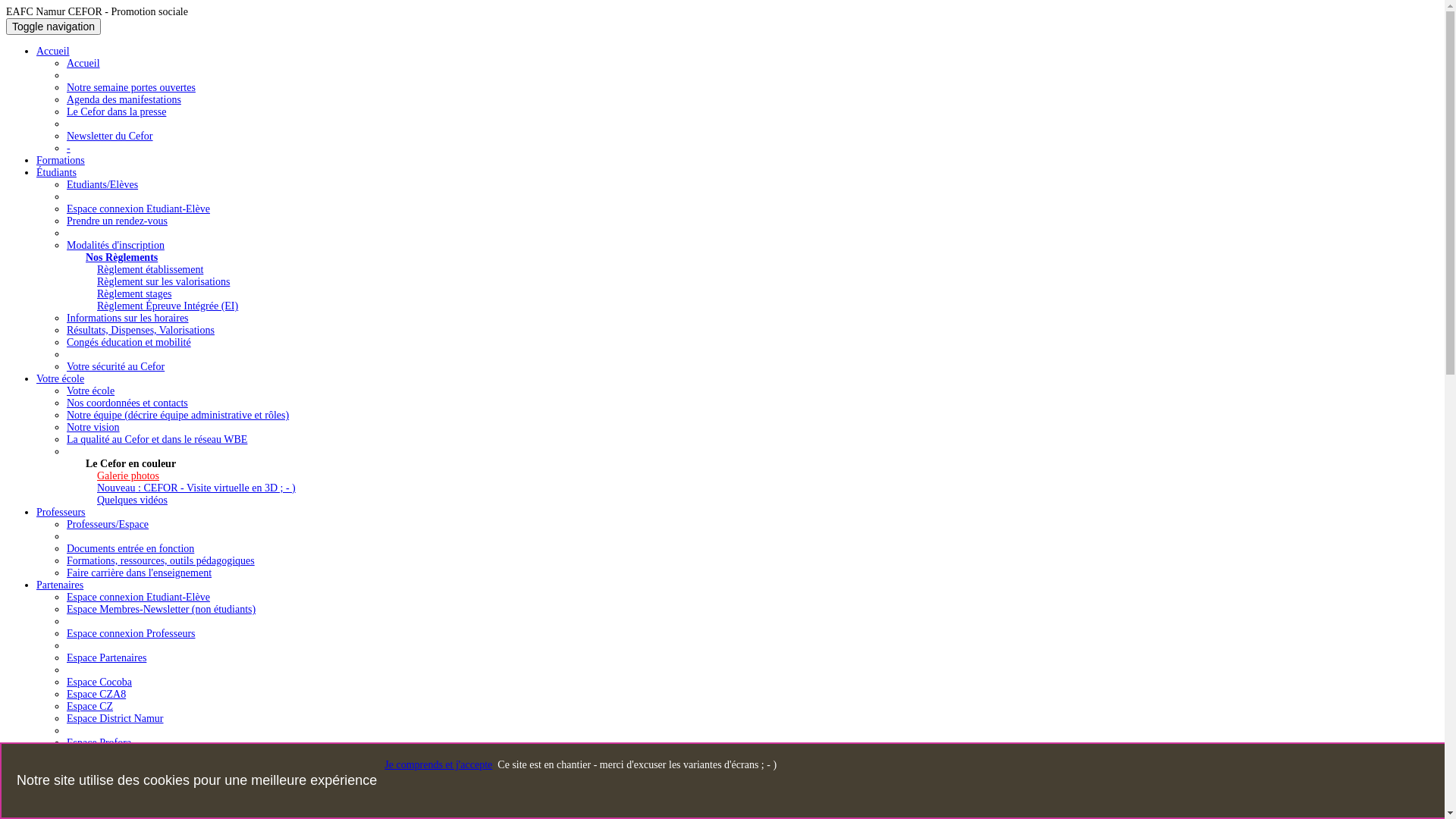 This screenshot has width=1456, height=819. Describe the element at coordinates (127, 475) in the screenshot. I see `'Galerie photos'` at that location.